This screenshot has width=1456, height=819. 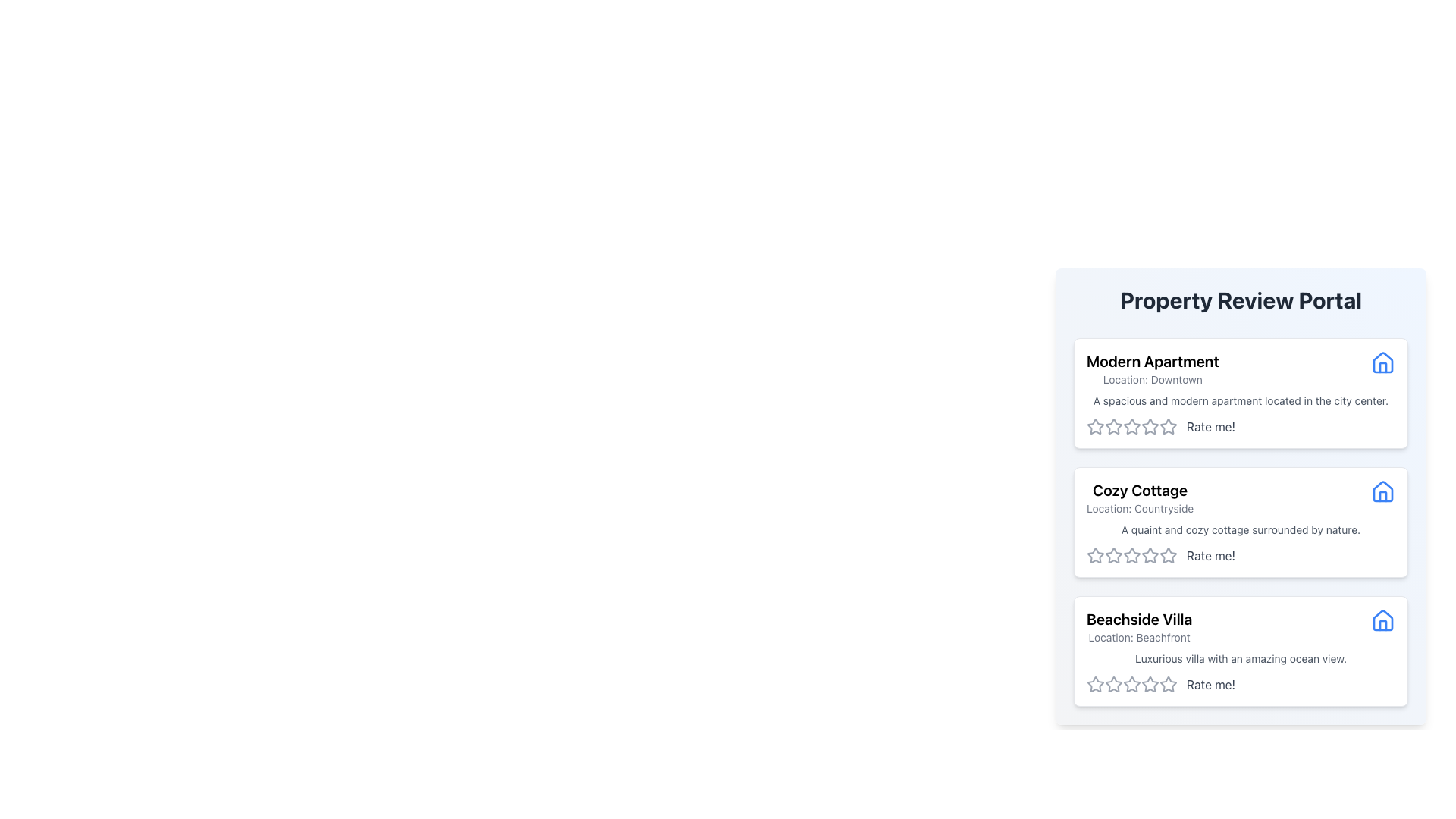 What do you see at coordinates (1241, 529) in the screenshot?
I see `text field displaying the description 'A quaint and cozy cottage surrounded by nature.' located within the 'Cozy Cottage' listing card, positioned below the 'Location: Countryside' text and above the rating stars section` at bounding box center [1241, 529].